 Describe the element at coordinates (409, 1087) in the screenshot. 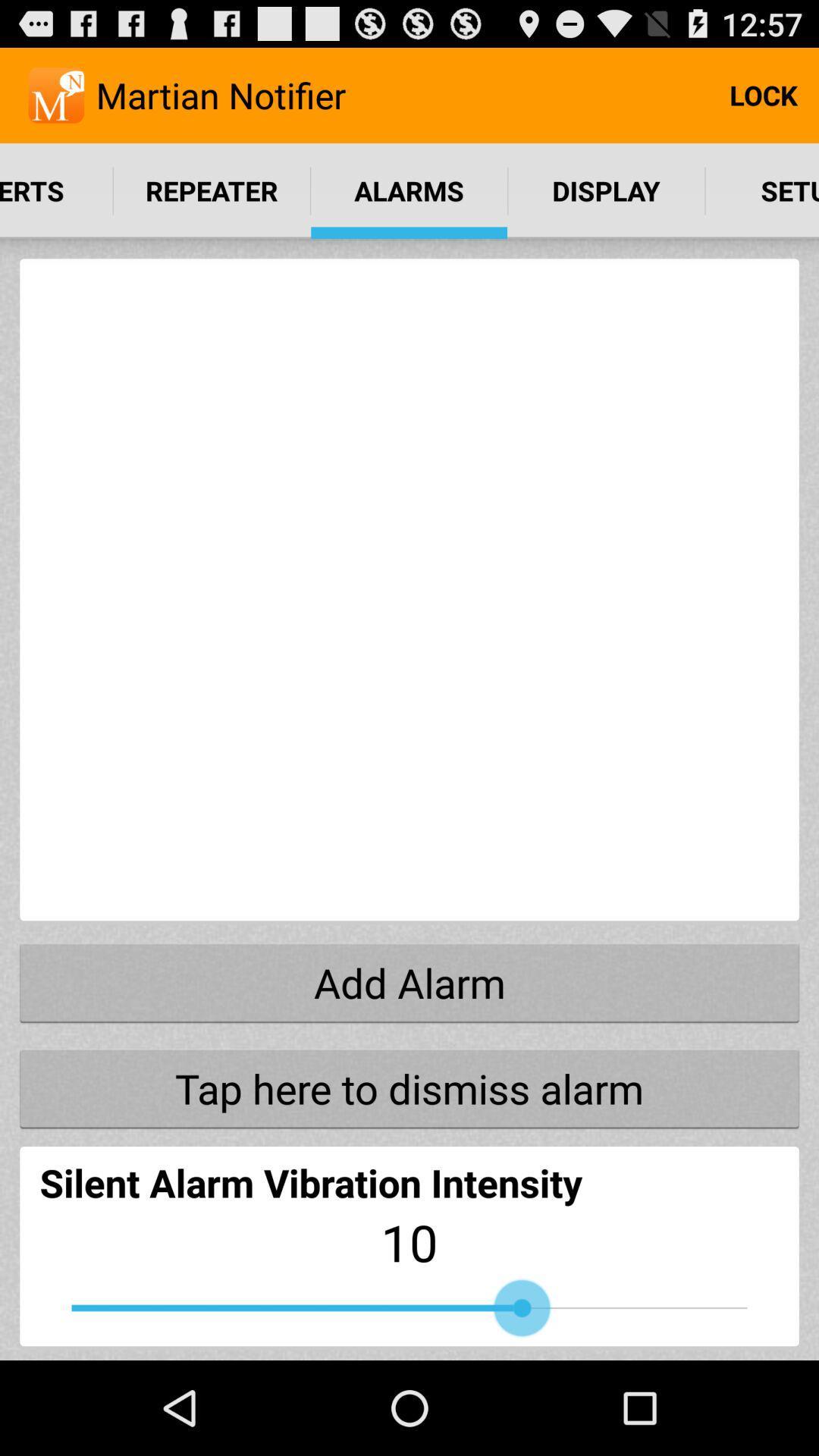

I see `the tap here to item` at that location.